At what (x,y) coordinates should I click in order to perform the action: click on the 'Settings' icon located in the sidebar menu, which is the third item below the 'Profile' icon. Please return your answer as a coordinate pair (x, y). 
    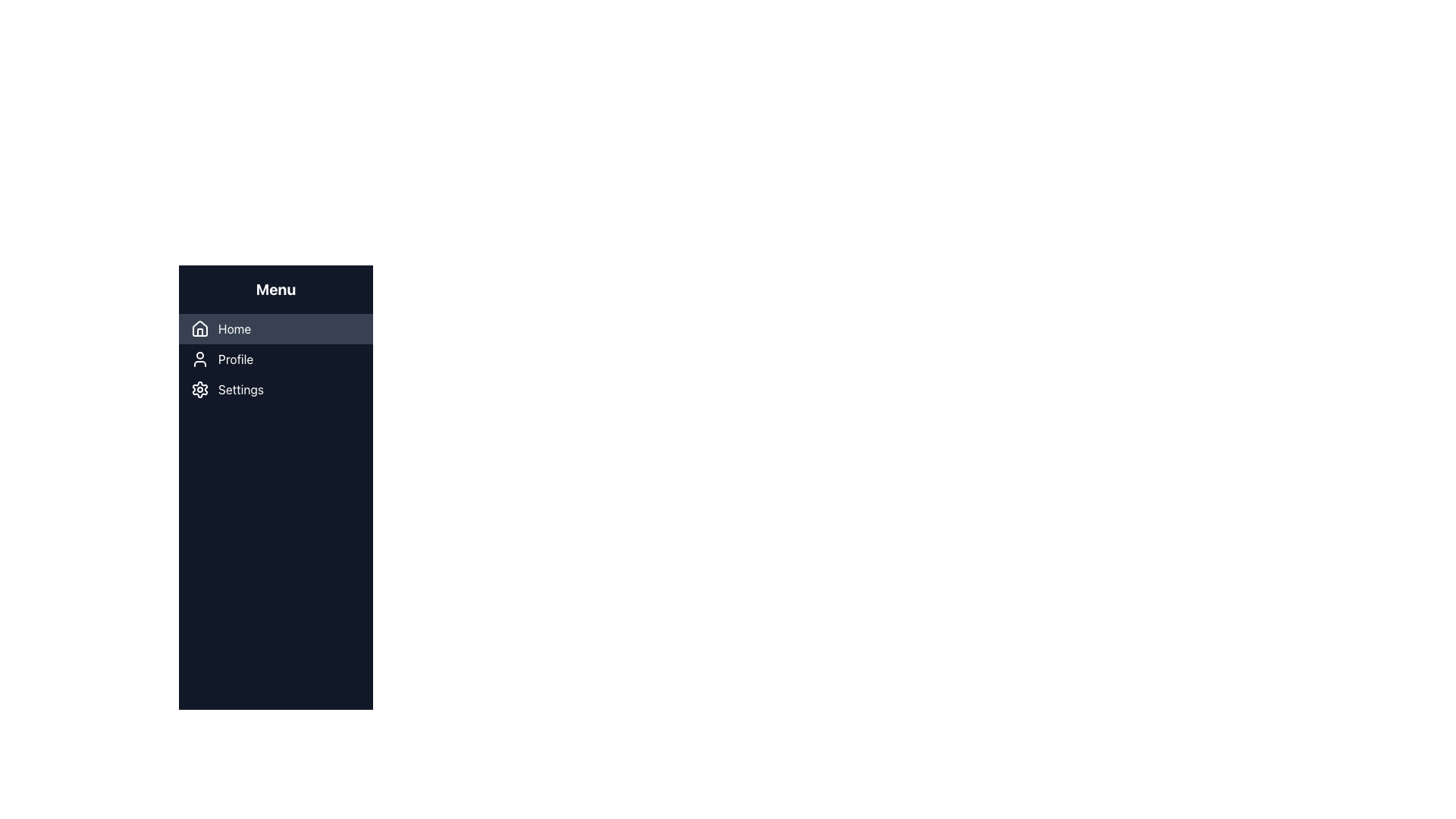
    Looking at the image, I should click on (199, 388).